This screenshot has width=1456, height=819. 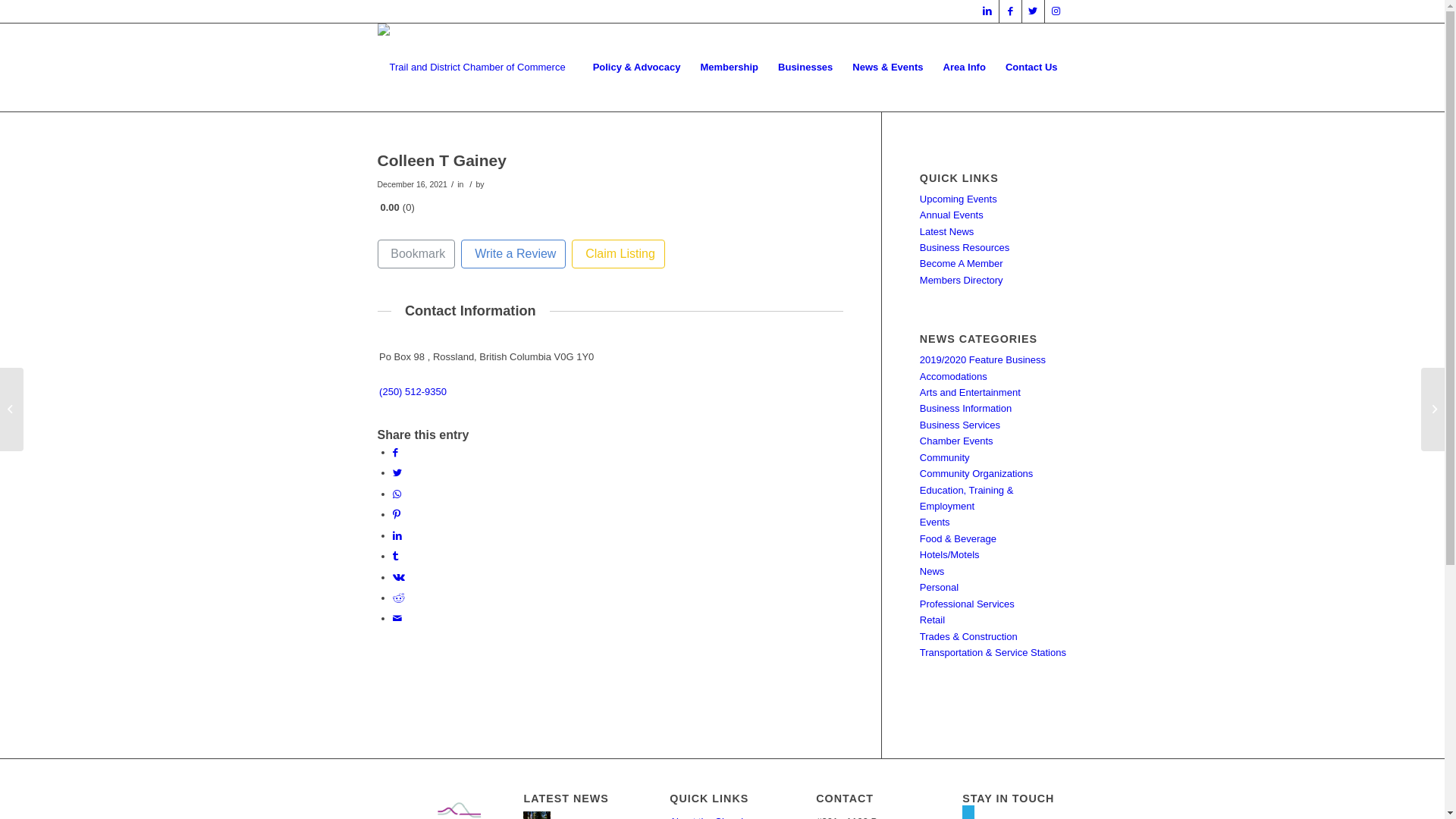 What do you see at coordinates (968, 636) in the screenshot?
I see `'Trades & Construction'` at bounding box center [968, 636].